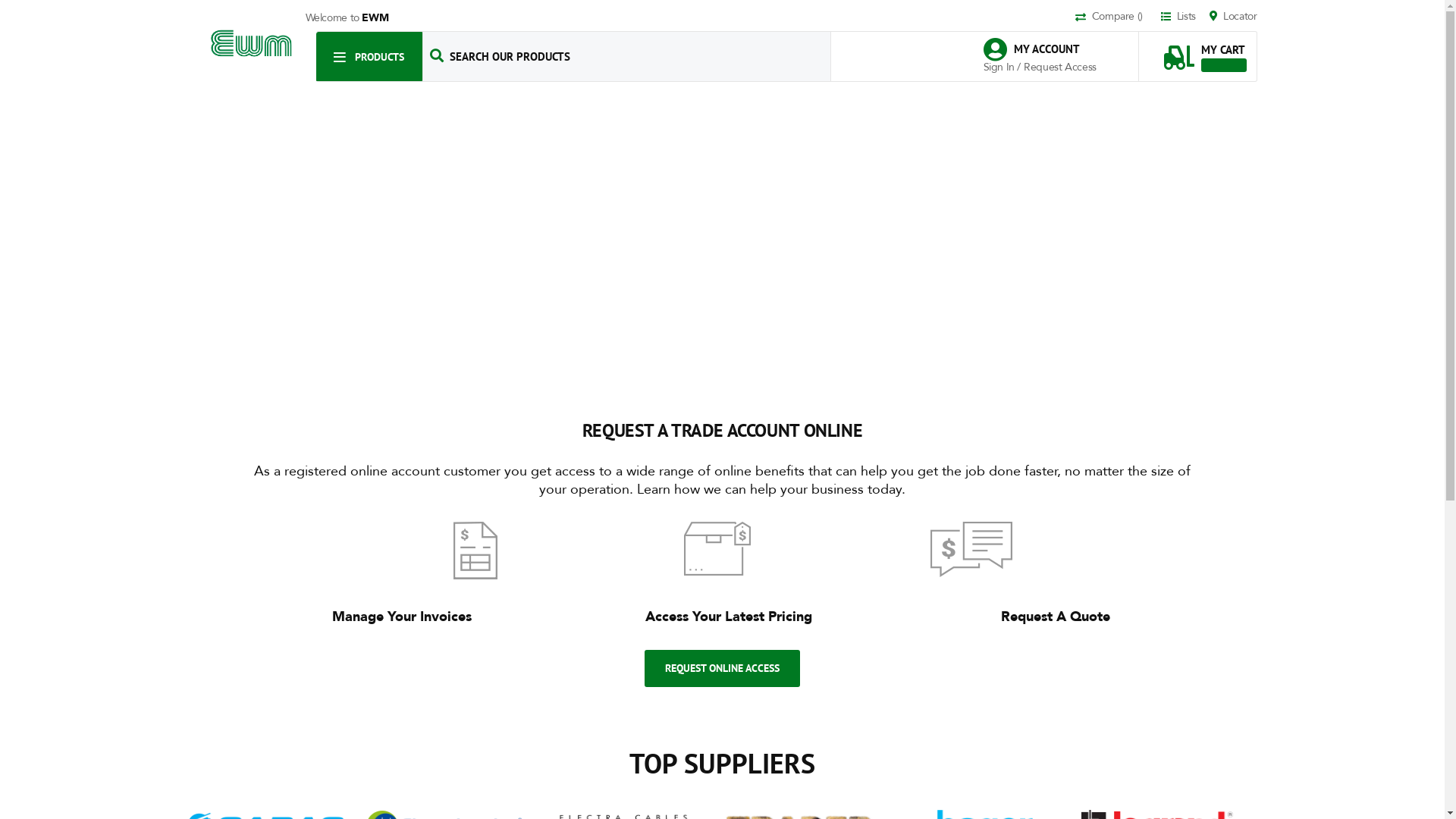  What do you see at coordinates (1116, 17) in the screenshot?
I see `'Compare'` at bounding box center [1116, 17].